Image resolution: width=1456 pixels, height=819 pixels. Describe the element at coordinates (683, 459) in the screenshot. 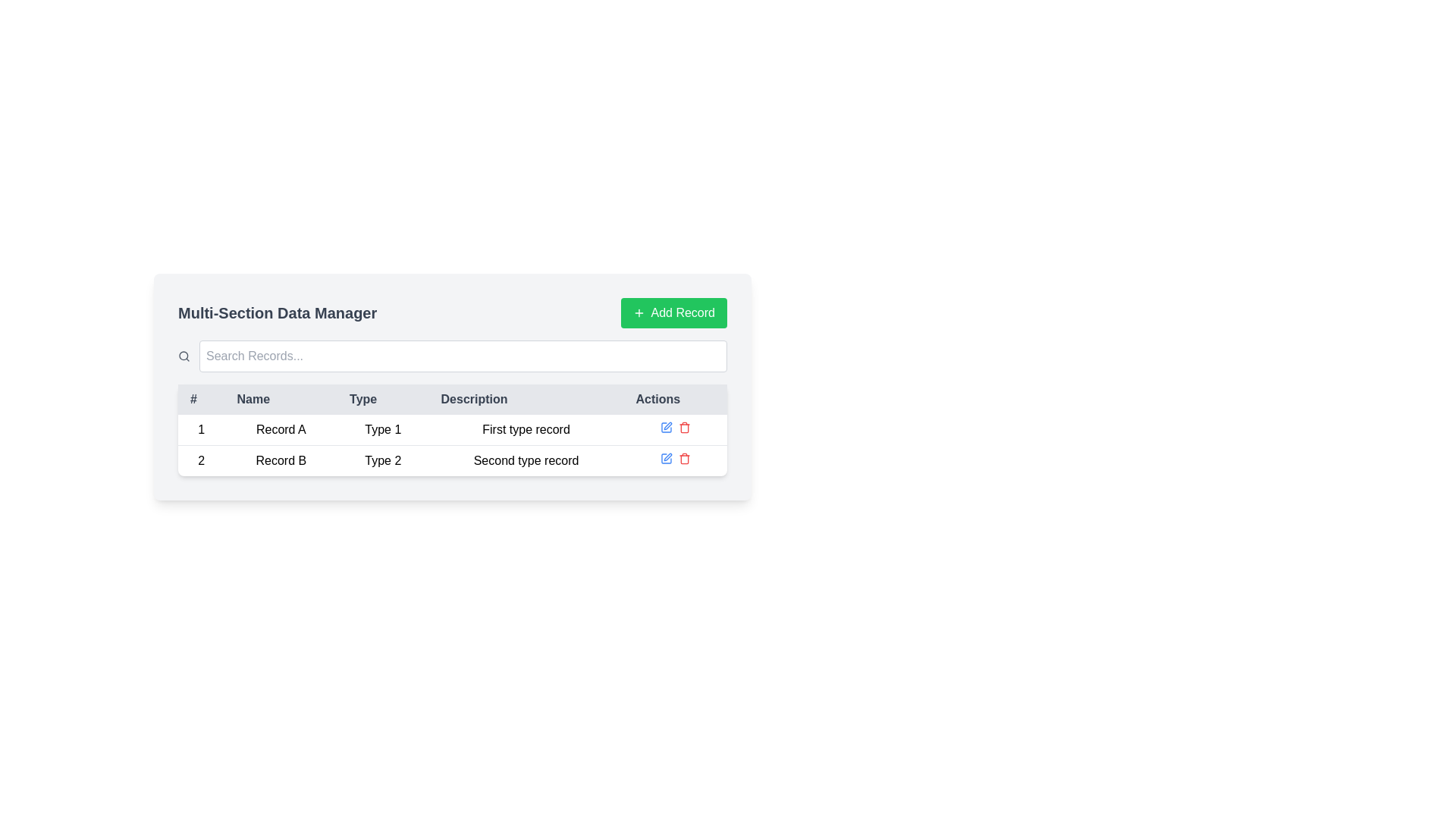

I see `SVG properties of the trash bin icon, which is a rectangle or square-shaped icon located in the 'Actions' column of the row corresponding to 'Record B'` at that location.